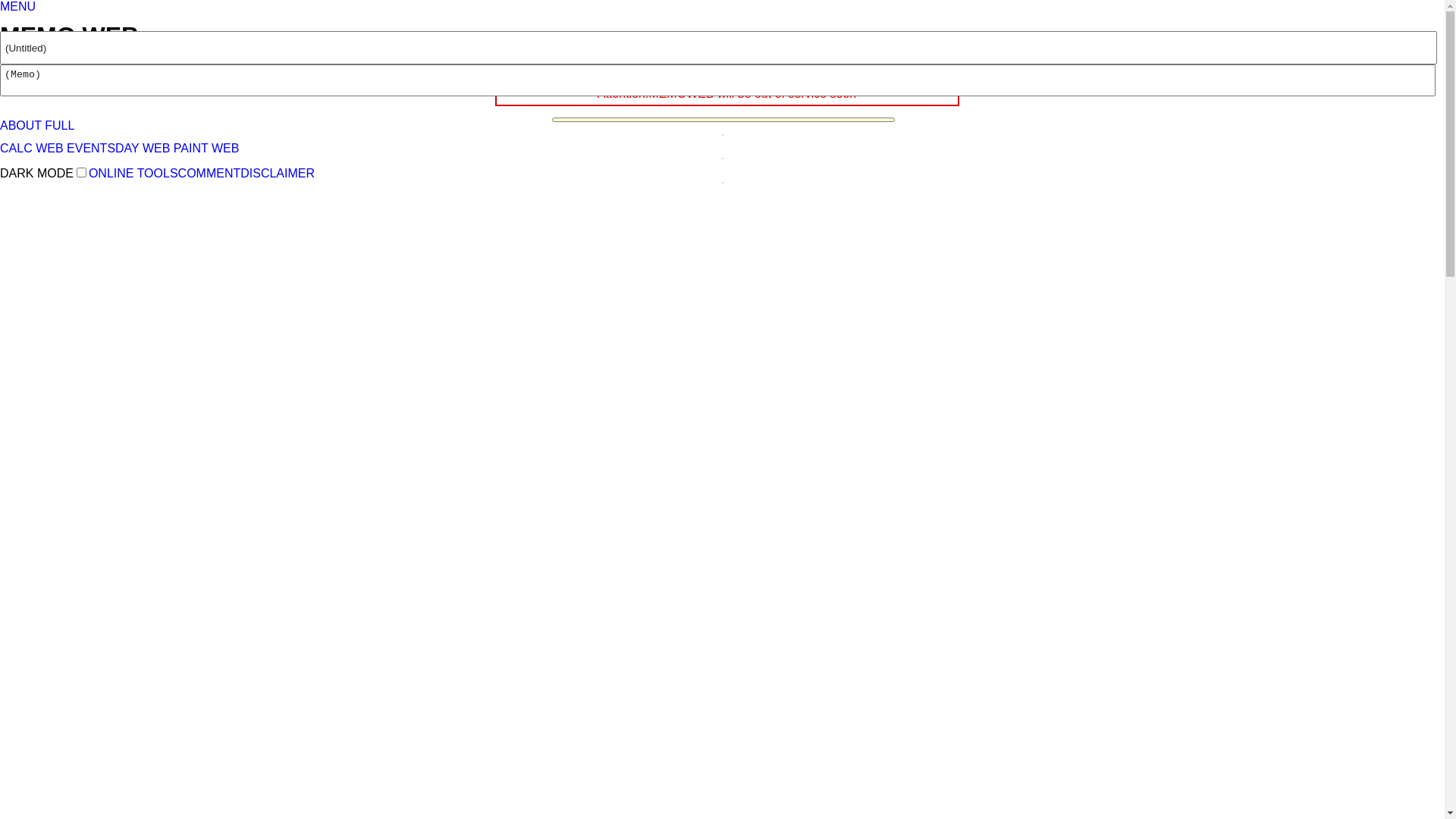 This screenshot has height=819, width=1456. Describe the element at coordinates (87, 172) in the screenshot. I see `'ONLINE TOOLS'` at that location.